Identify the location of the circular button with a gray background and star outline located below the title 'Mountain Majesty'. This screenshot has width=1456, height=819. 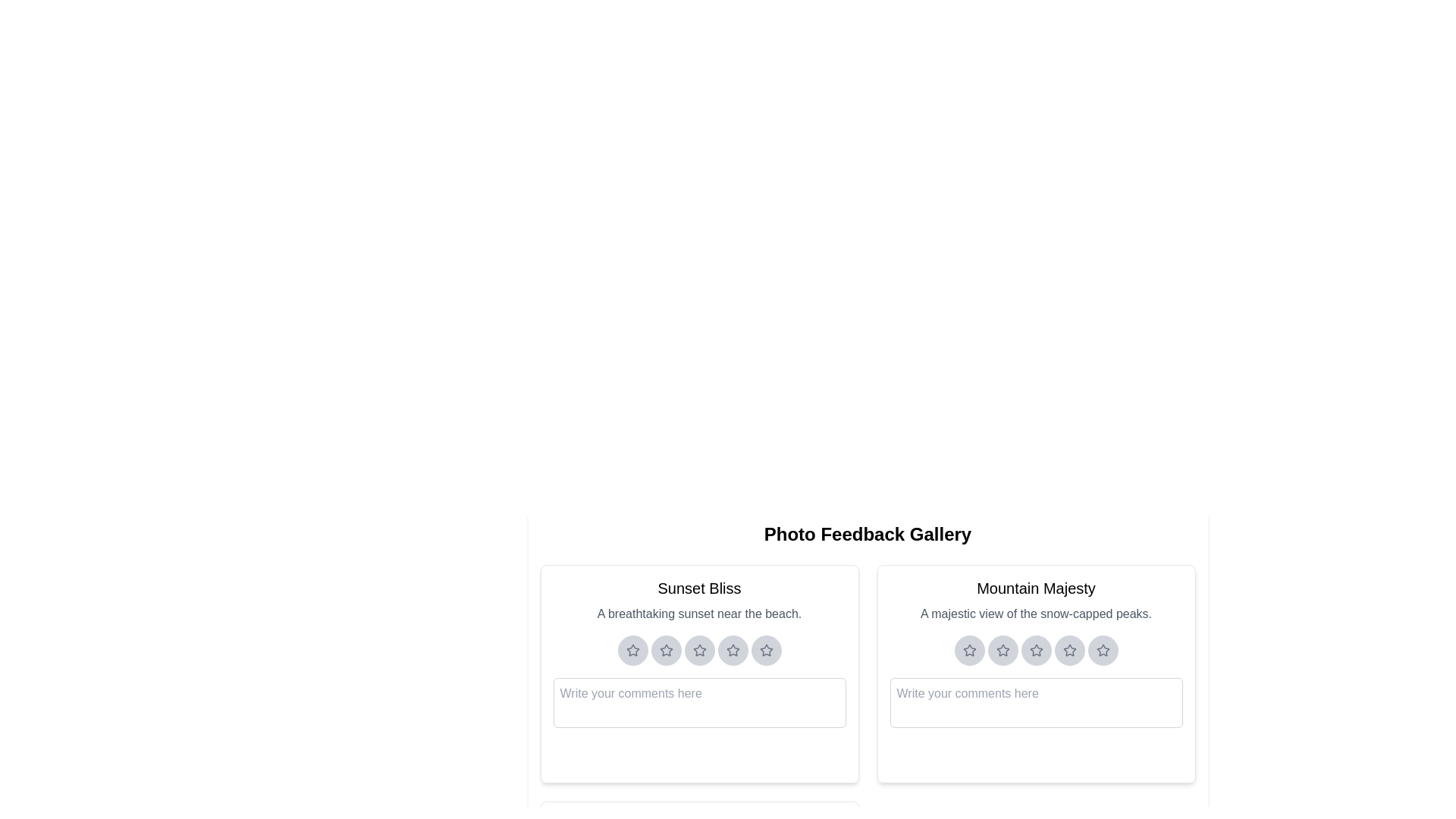
(968, 649).